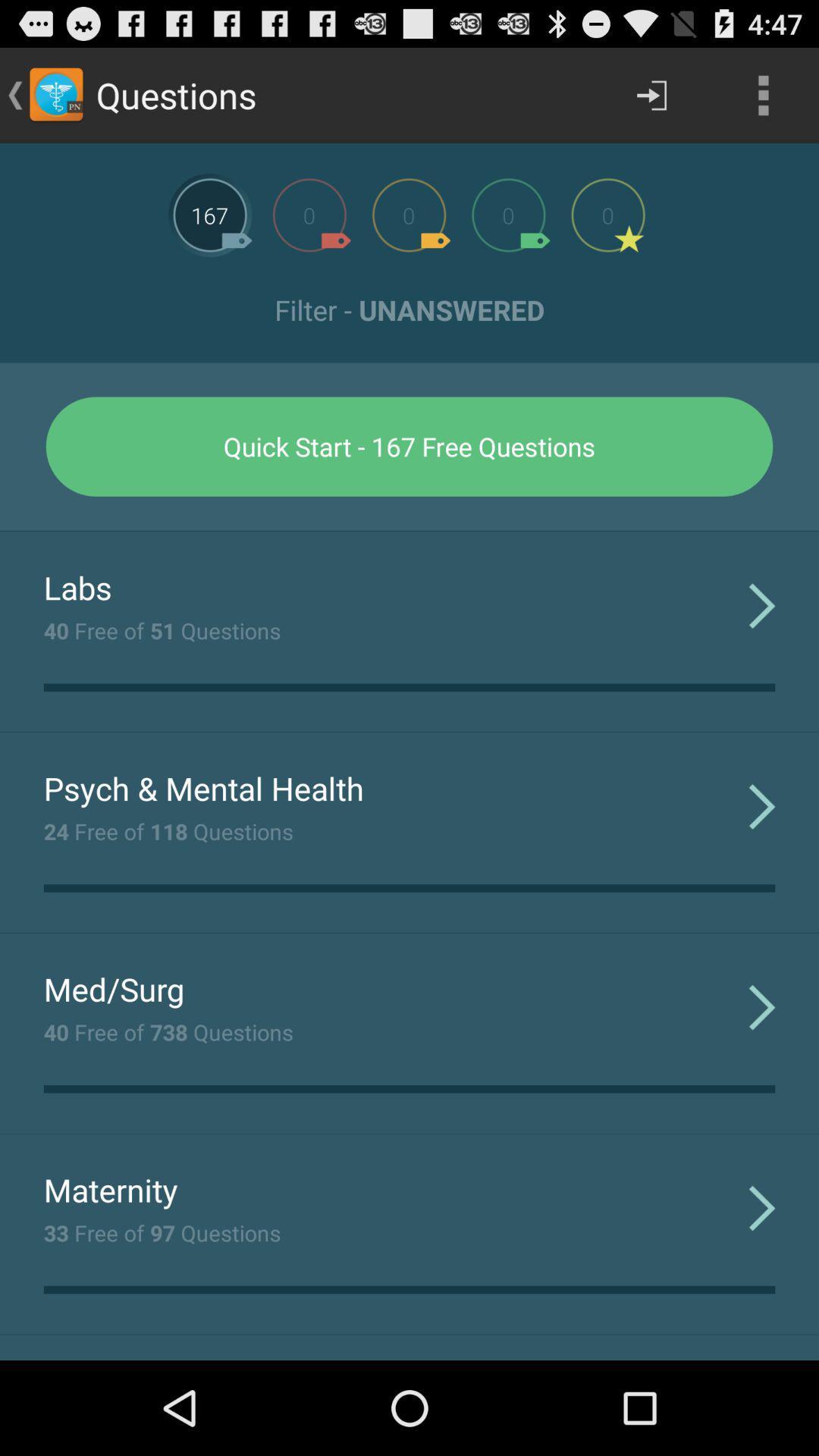  Describe the element at coordinates (508, 214) in the screenshot. I see `tag` at that location.